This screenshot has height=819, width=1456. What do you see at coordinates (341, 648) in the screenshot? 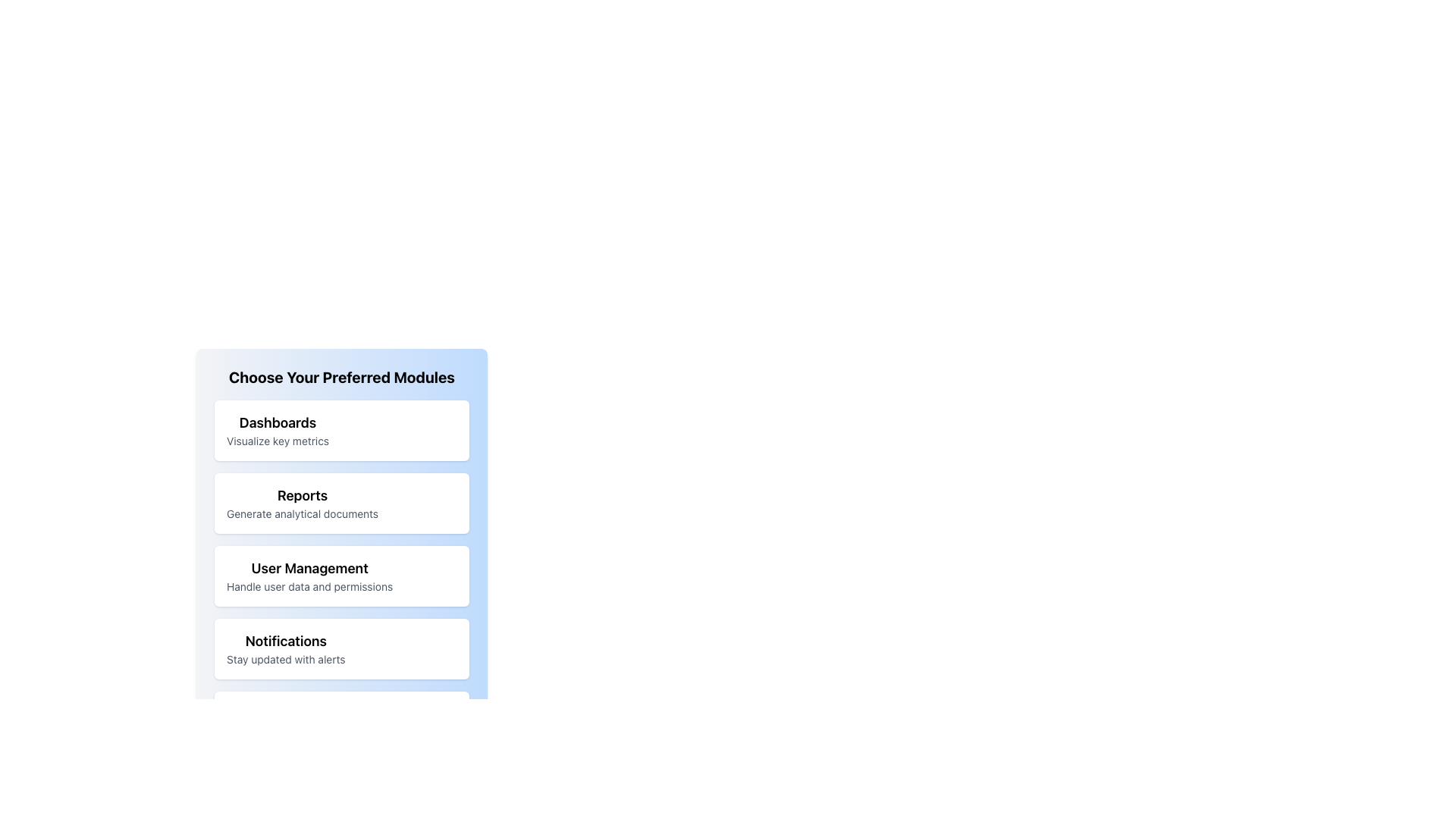
I see `the notification module card located below the 'User Management' card and above the 'Integrations' card in the 'Choose Your Preferred Modules' section` at bounding box center [341, 648].